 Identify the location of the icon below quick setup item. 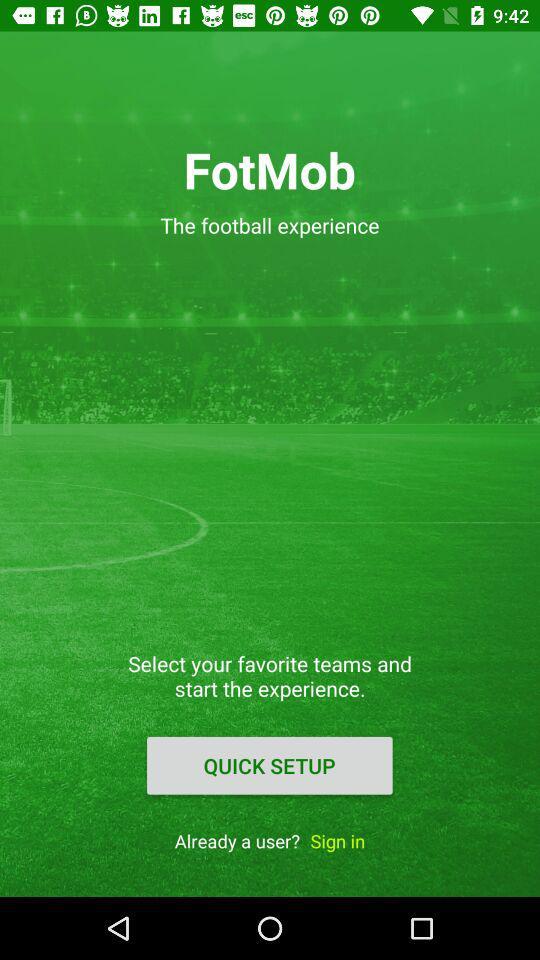
(337, 840).